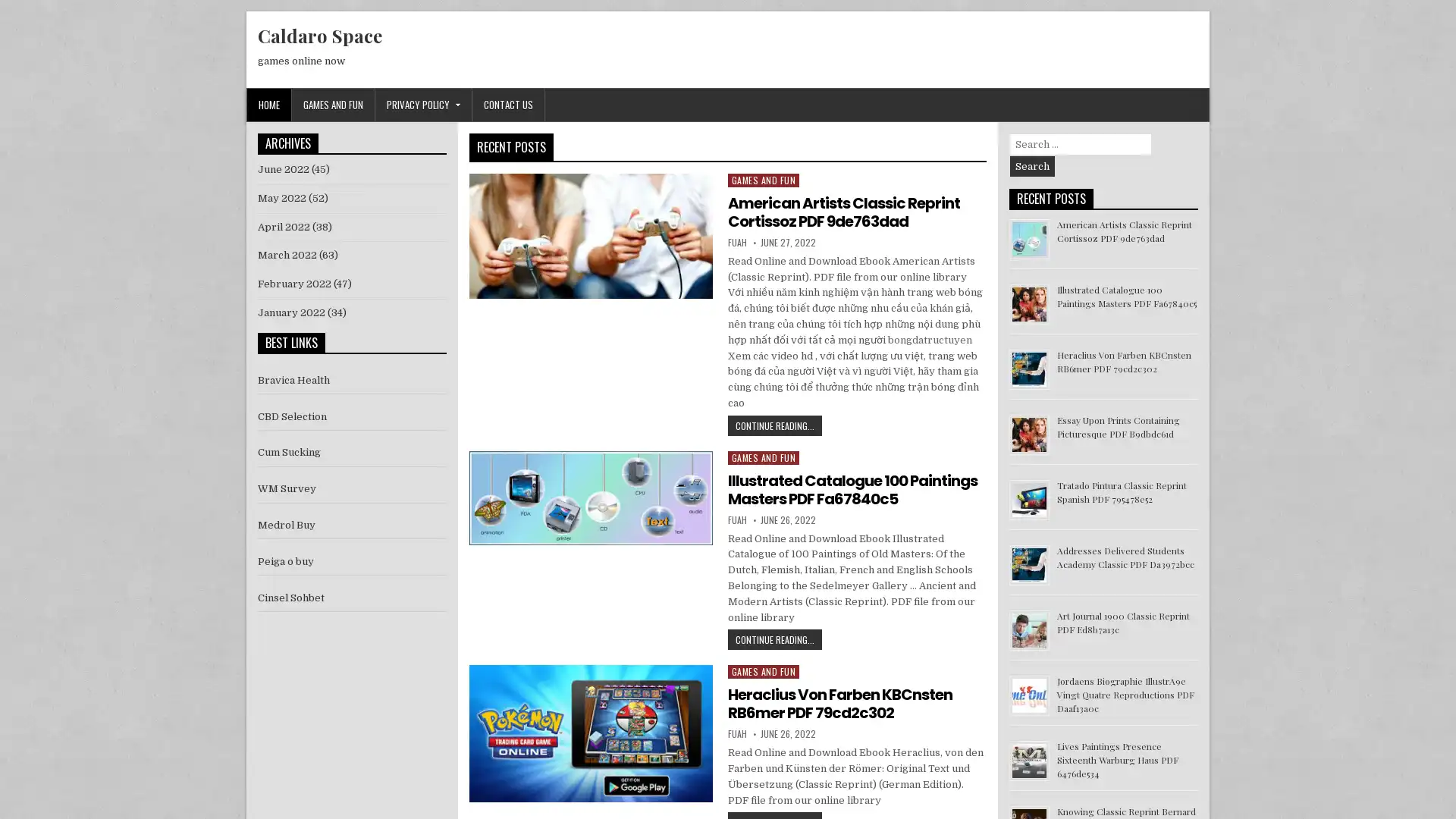  Describe the element at coordinates (1031, 166) in the screenshot. I see `Search` at that location.